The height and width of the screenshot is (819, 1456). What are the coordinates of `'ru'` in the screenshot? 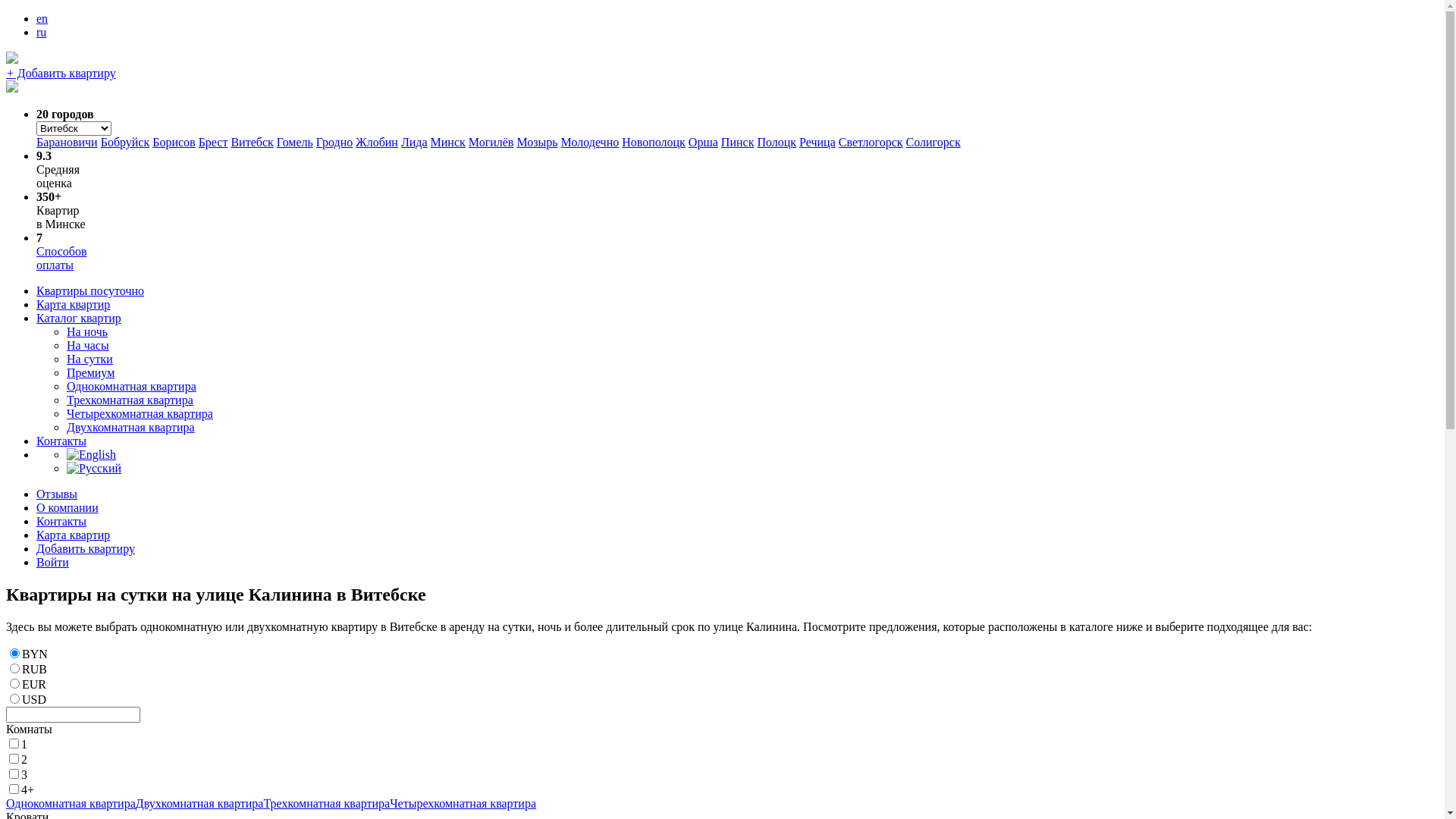 It's located at (41, 32).